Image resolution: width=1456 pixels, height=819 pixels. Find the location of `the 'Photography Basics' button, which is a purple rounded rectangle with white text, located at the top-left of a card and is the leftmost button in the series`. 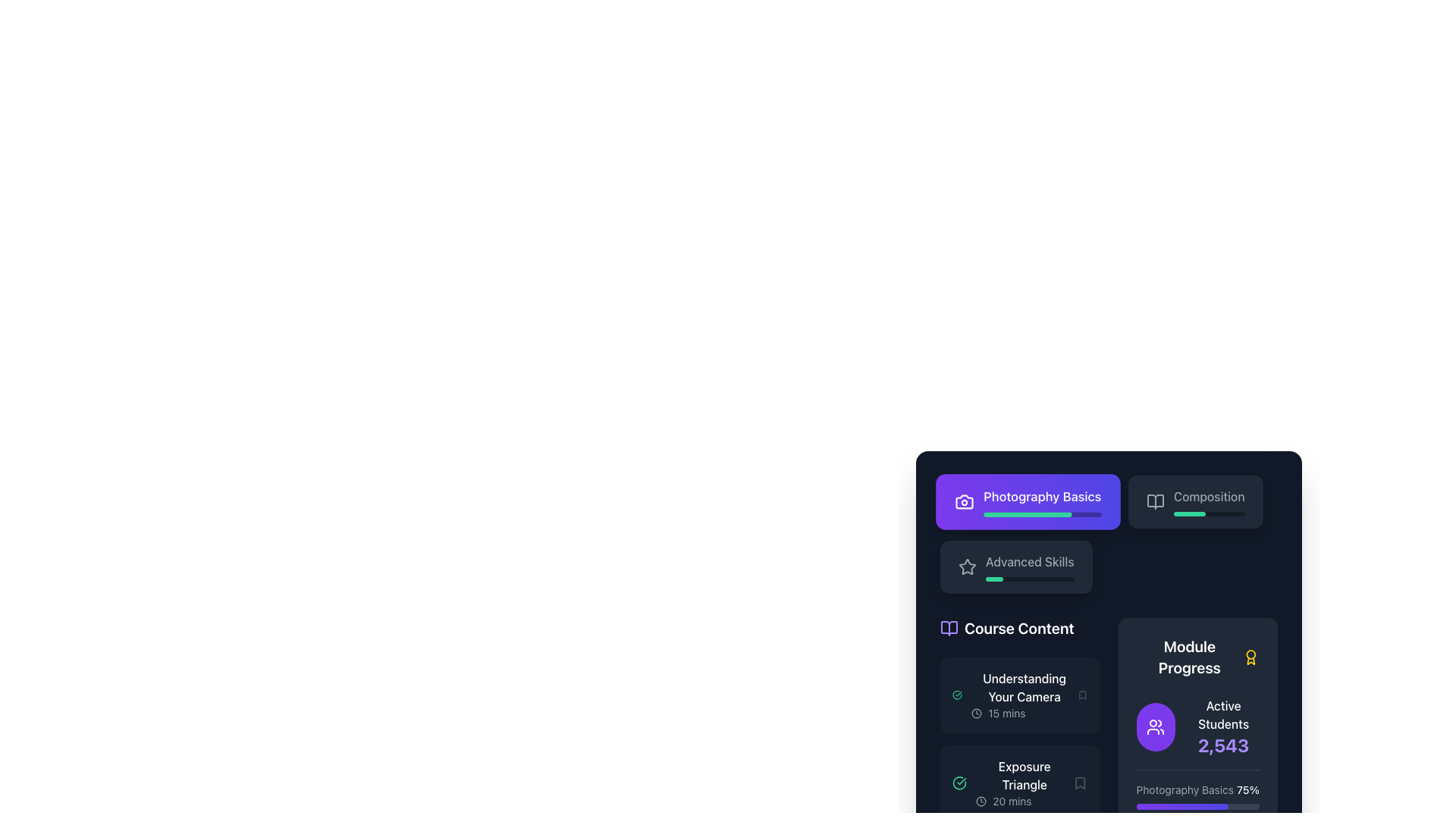

the 'Photography Basics' button, which is a purple rounded rectangle with white text, located at the top-left of a card and is the leftmost button in the series is located at coordinates (1041, 502).